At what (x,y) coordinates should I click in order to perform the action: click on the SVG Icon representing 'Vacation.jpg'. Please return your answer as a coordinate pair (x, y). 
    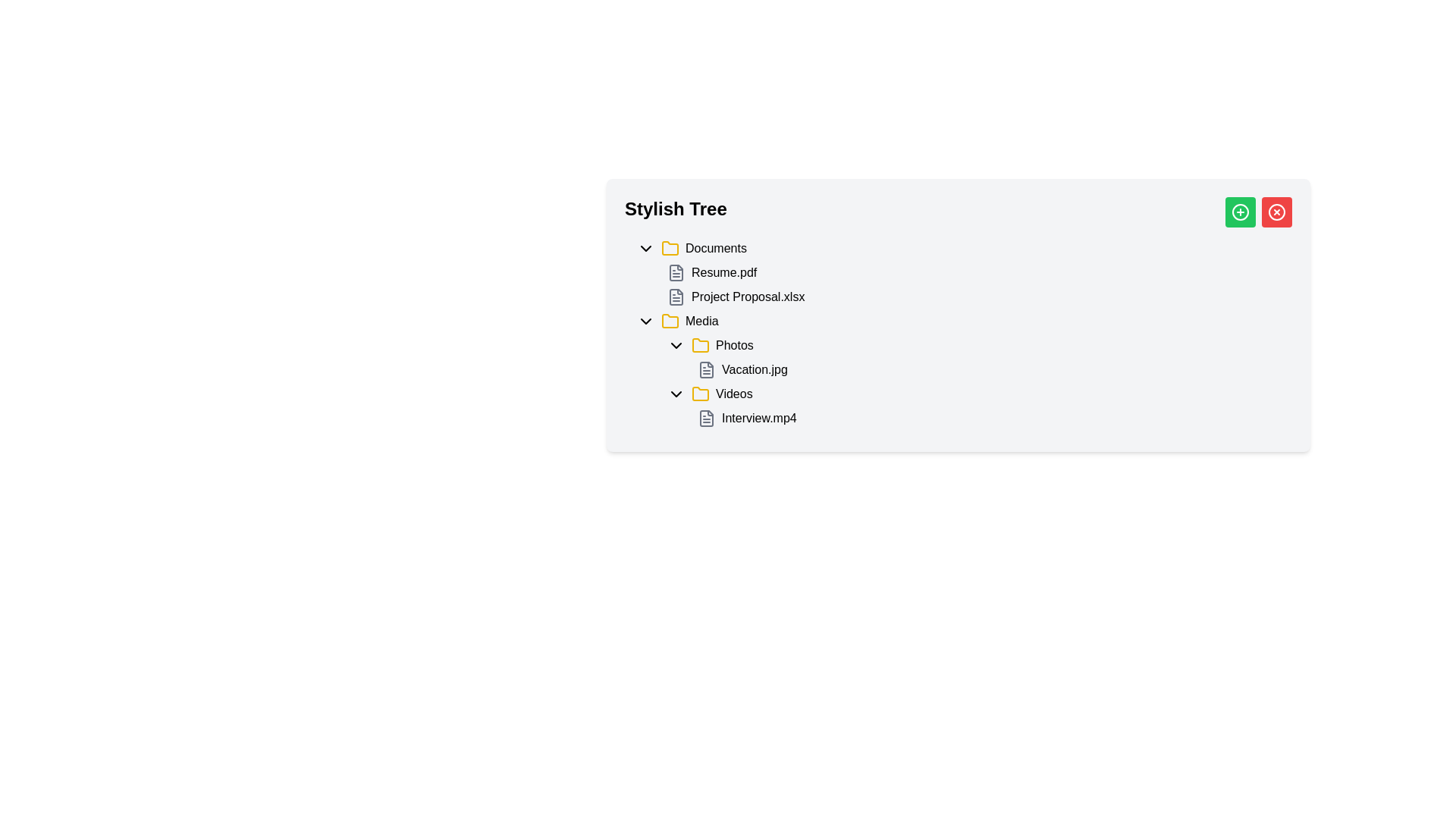
    Looking at the image, I should click on (705, 370).